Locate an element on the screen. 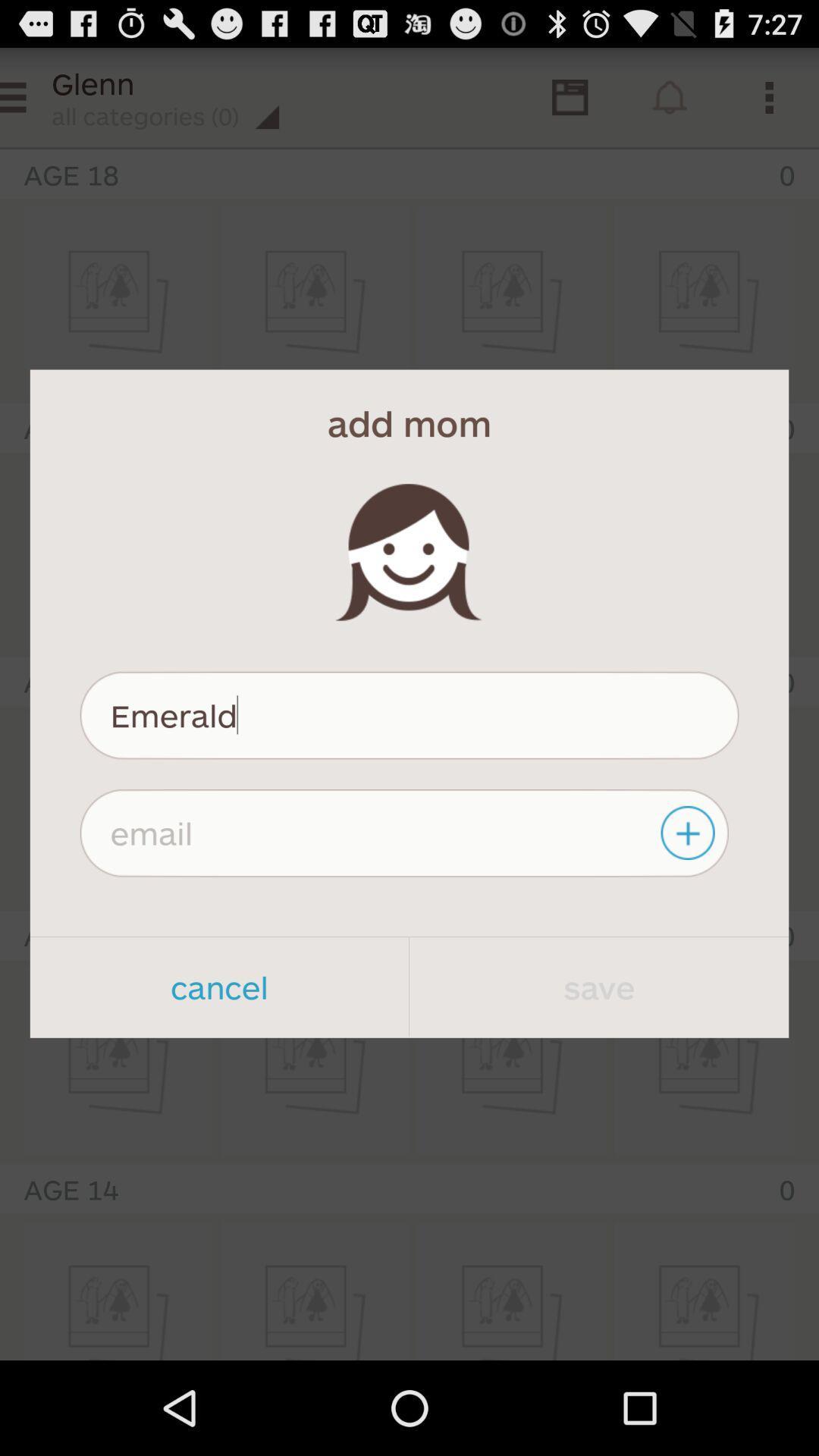 Image resolution: width=819 pixels, height=1456 pixels. app at the bottom left corner is located at coordinates (219, 987).